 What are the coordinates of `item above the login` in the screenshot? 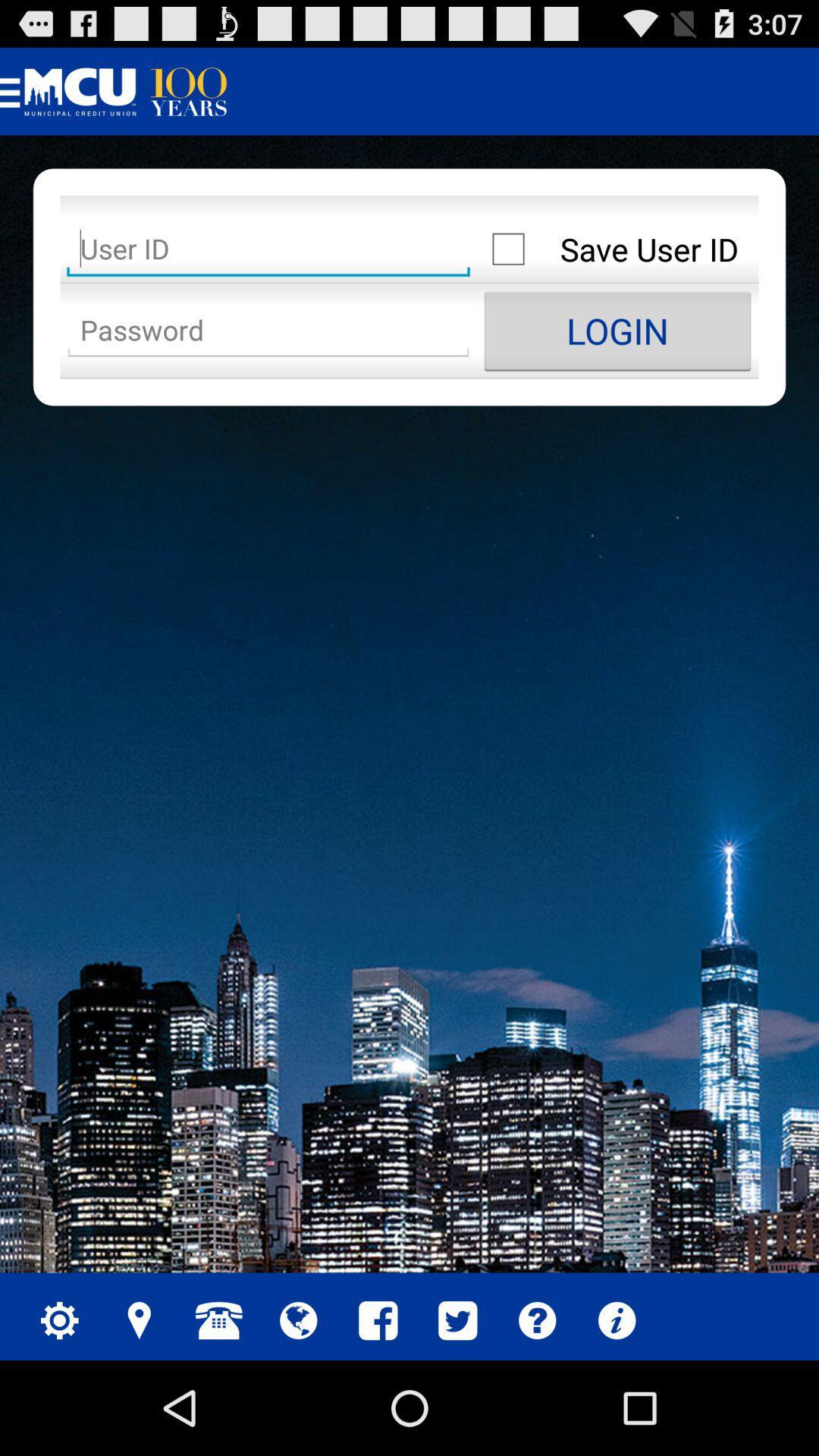 It's located at (617, 249).